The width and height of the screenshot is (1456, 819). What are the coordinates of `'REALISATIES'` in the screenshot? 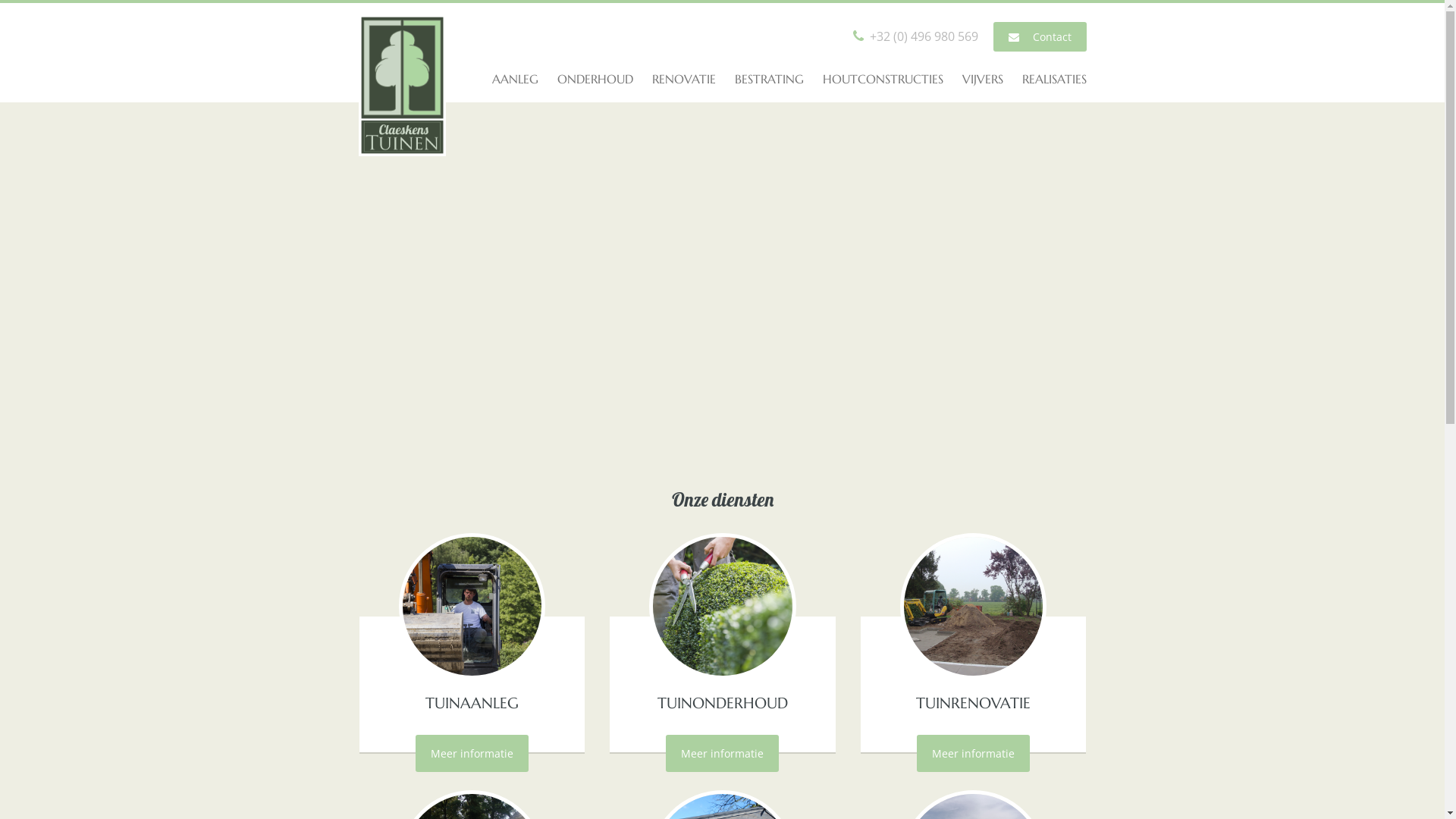 It's located at (1053, 79).